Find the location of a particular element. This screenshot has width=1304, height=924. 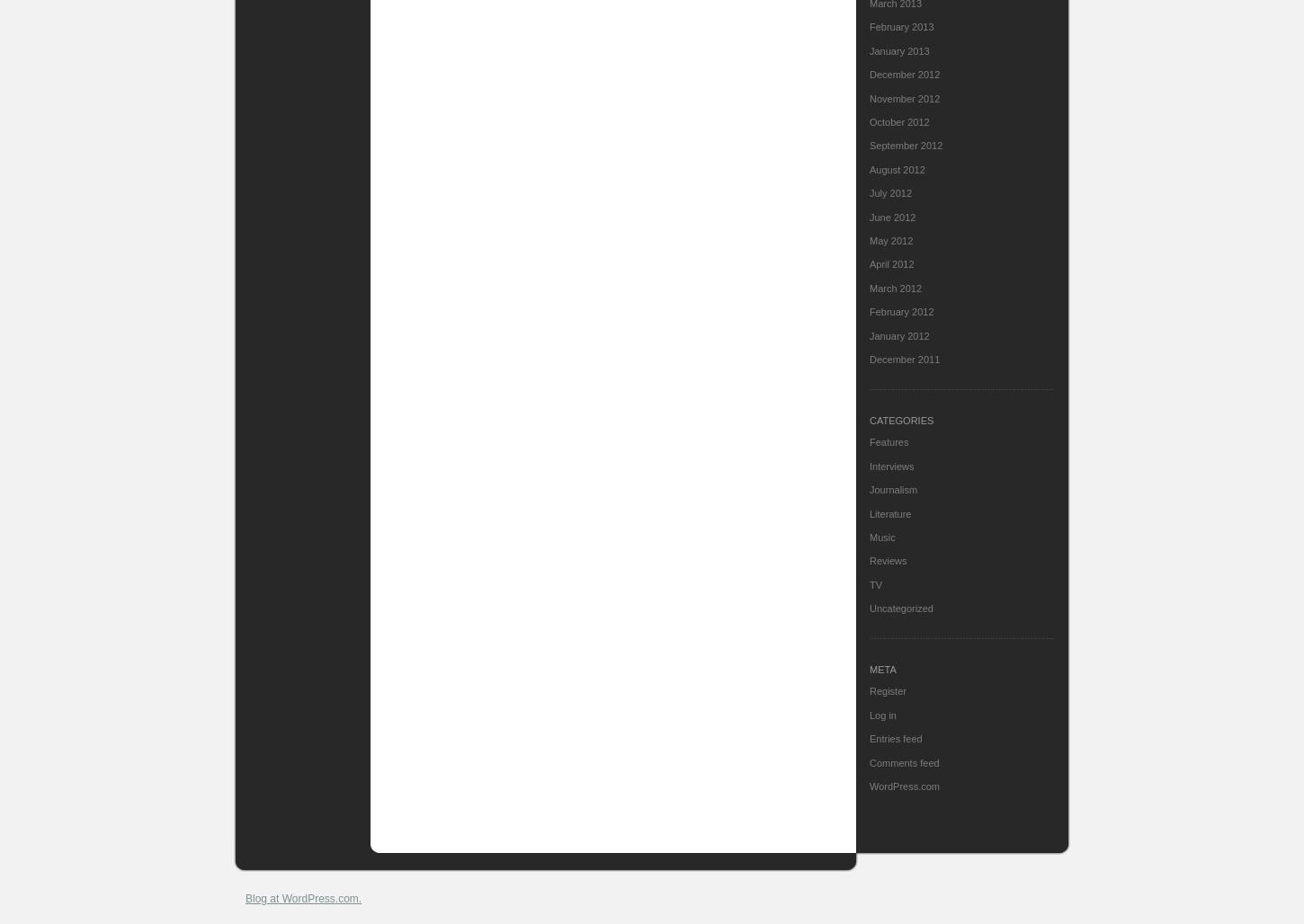

'October 2012' is located at coordinates (899, 122).